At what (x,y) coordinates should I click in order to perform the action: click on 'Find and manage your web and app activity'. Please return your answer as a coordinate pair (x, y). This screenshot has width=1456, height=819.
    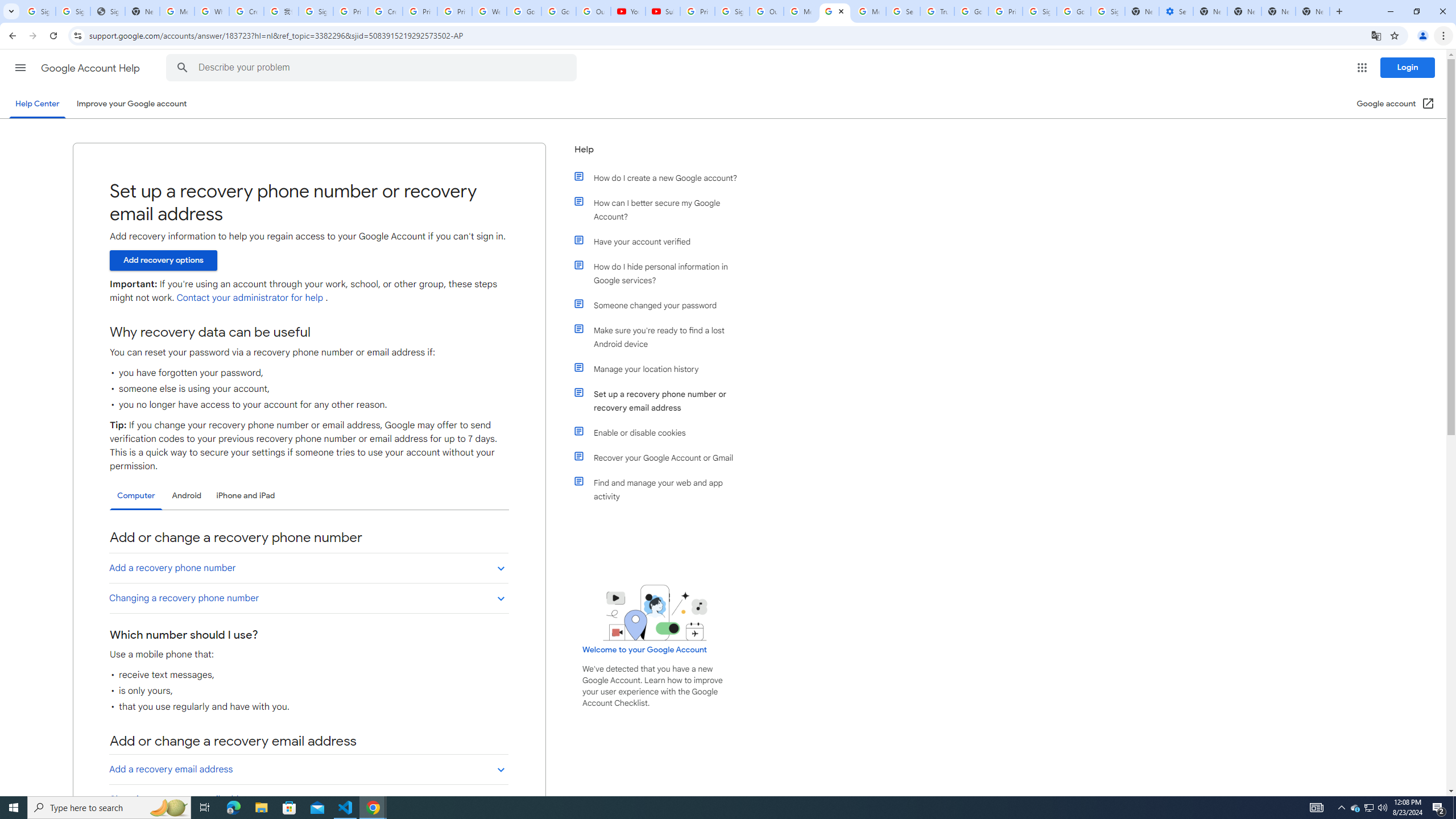
    Looking at the image, I should click on (661, 490).